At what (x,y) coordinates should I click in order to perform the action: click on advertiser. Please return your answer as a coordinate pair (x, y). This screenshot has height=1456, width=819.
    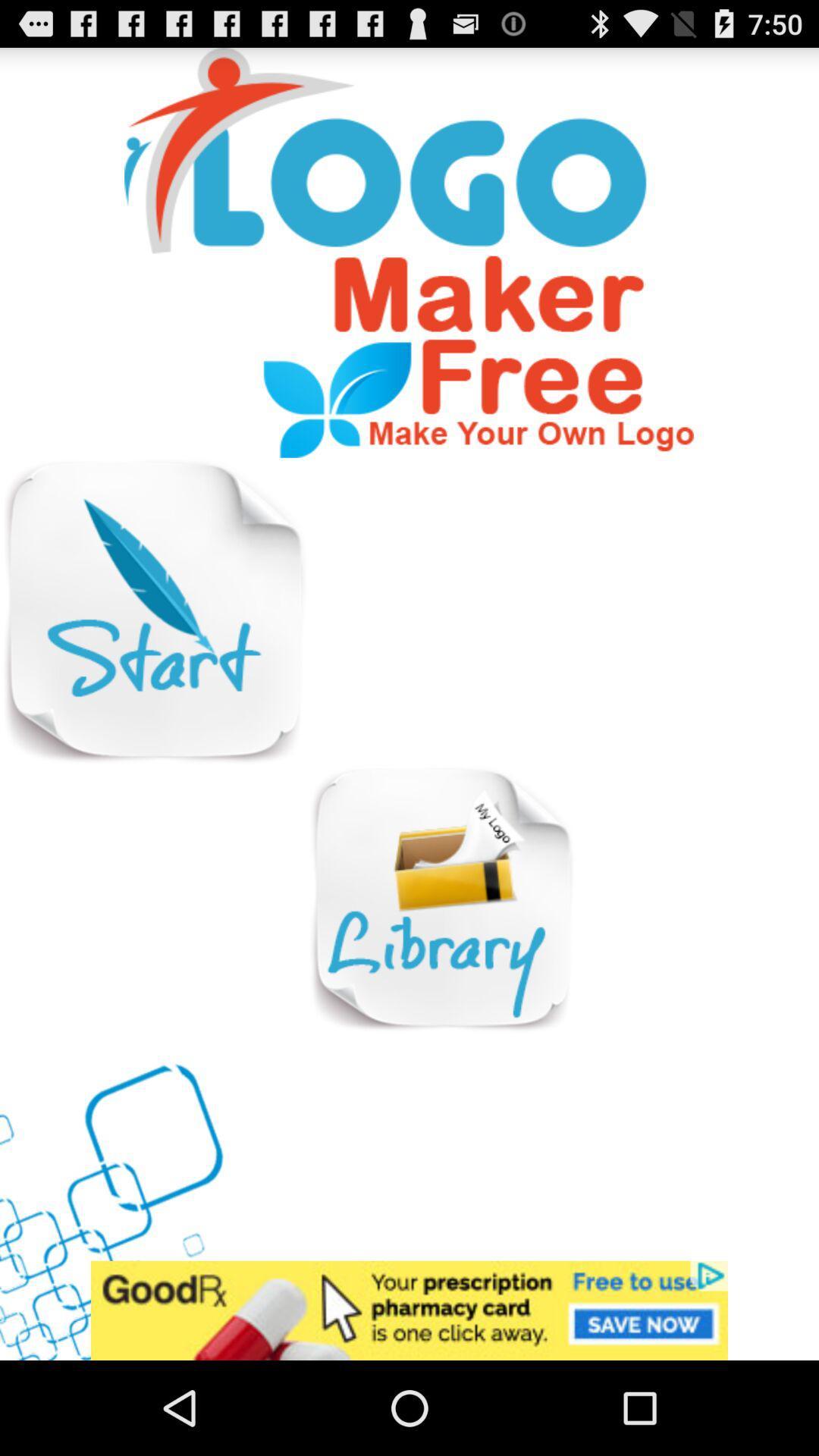
    Looking at the image, I should click on (409, 1310).